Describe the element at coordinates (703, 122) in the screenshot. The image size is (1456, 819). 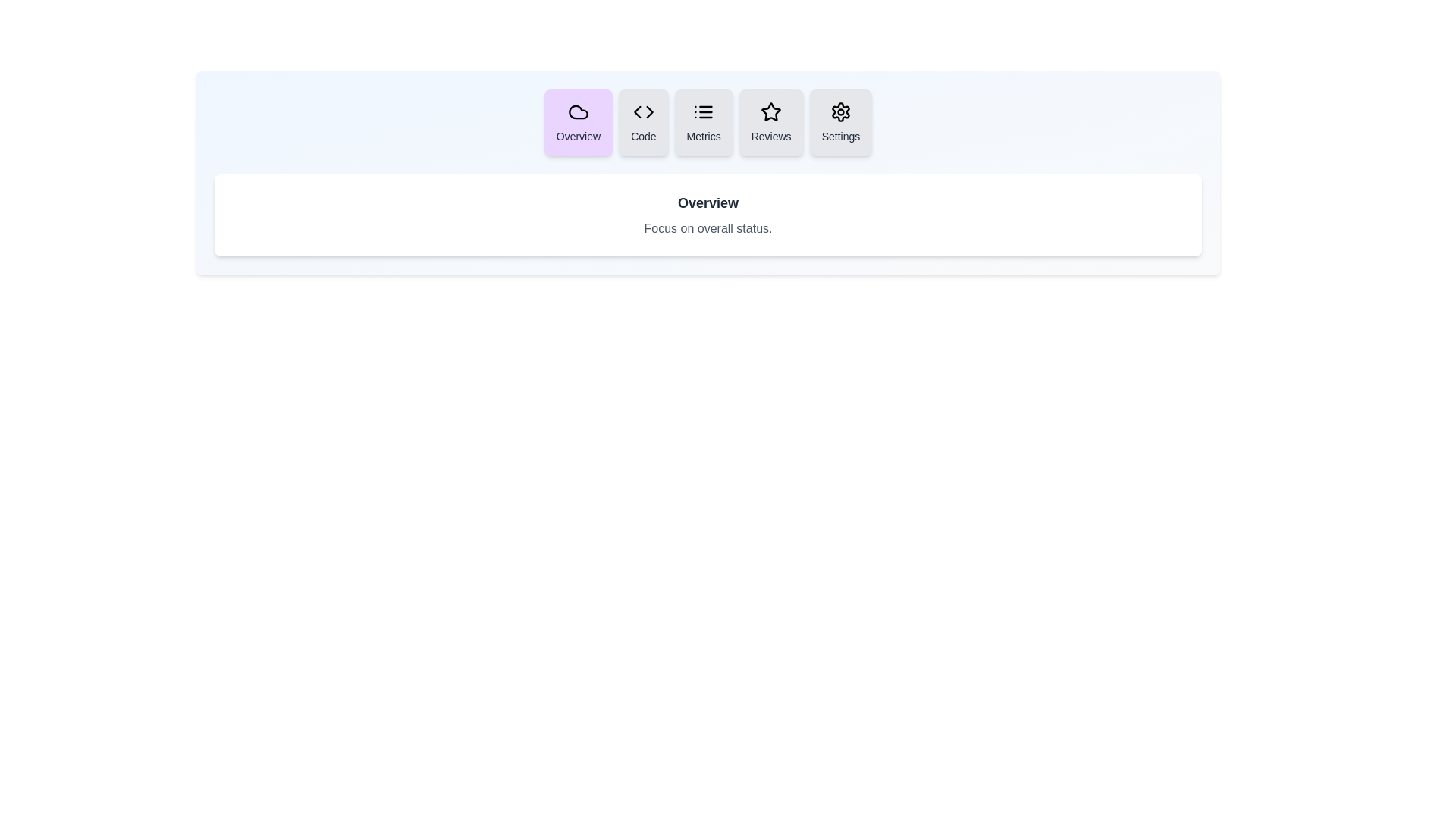
I see `the tab button labeled Metrics to see the hover effect` at that location.